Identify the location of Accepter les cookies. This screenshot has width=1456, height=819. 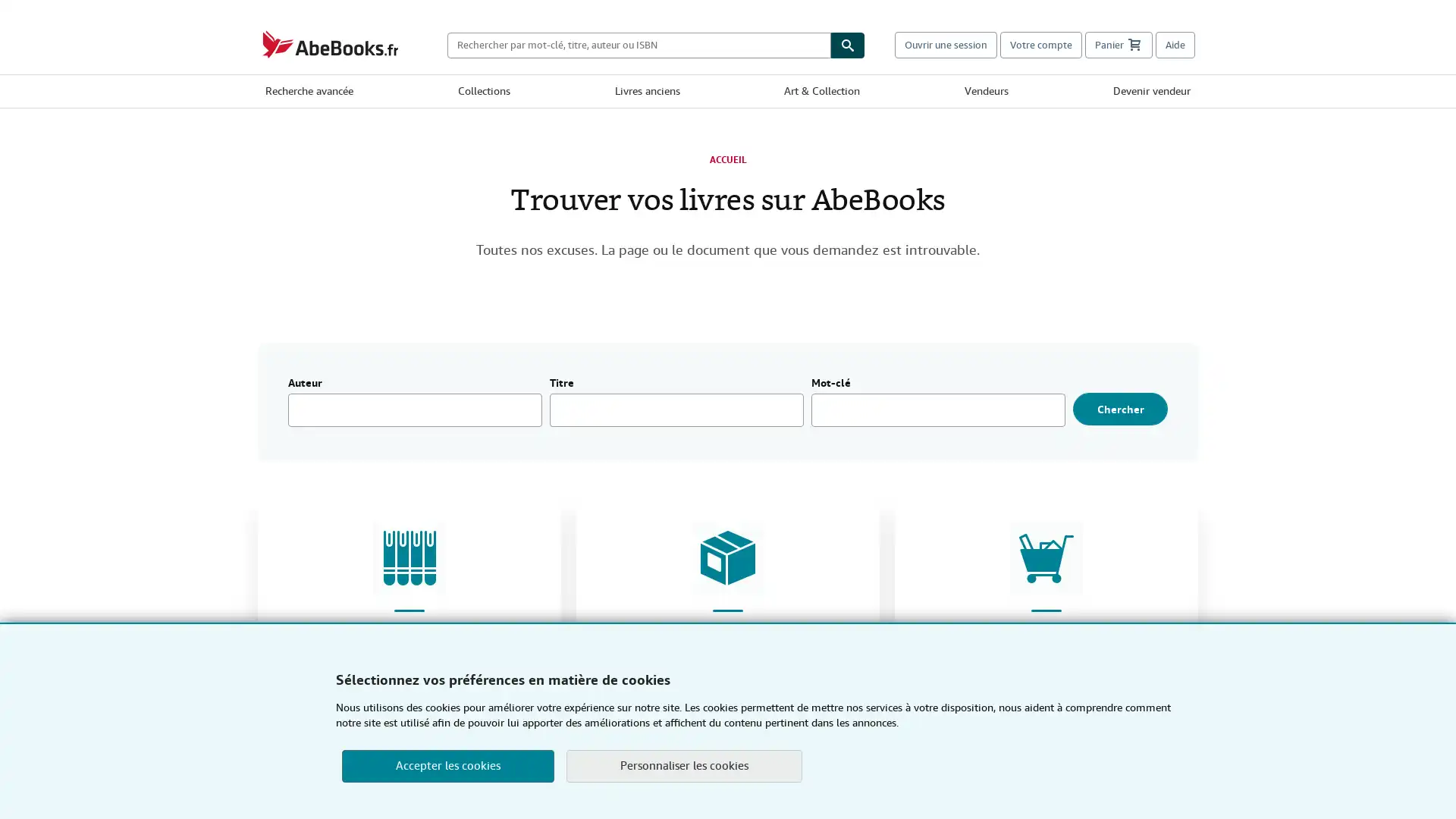
(447, 766).